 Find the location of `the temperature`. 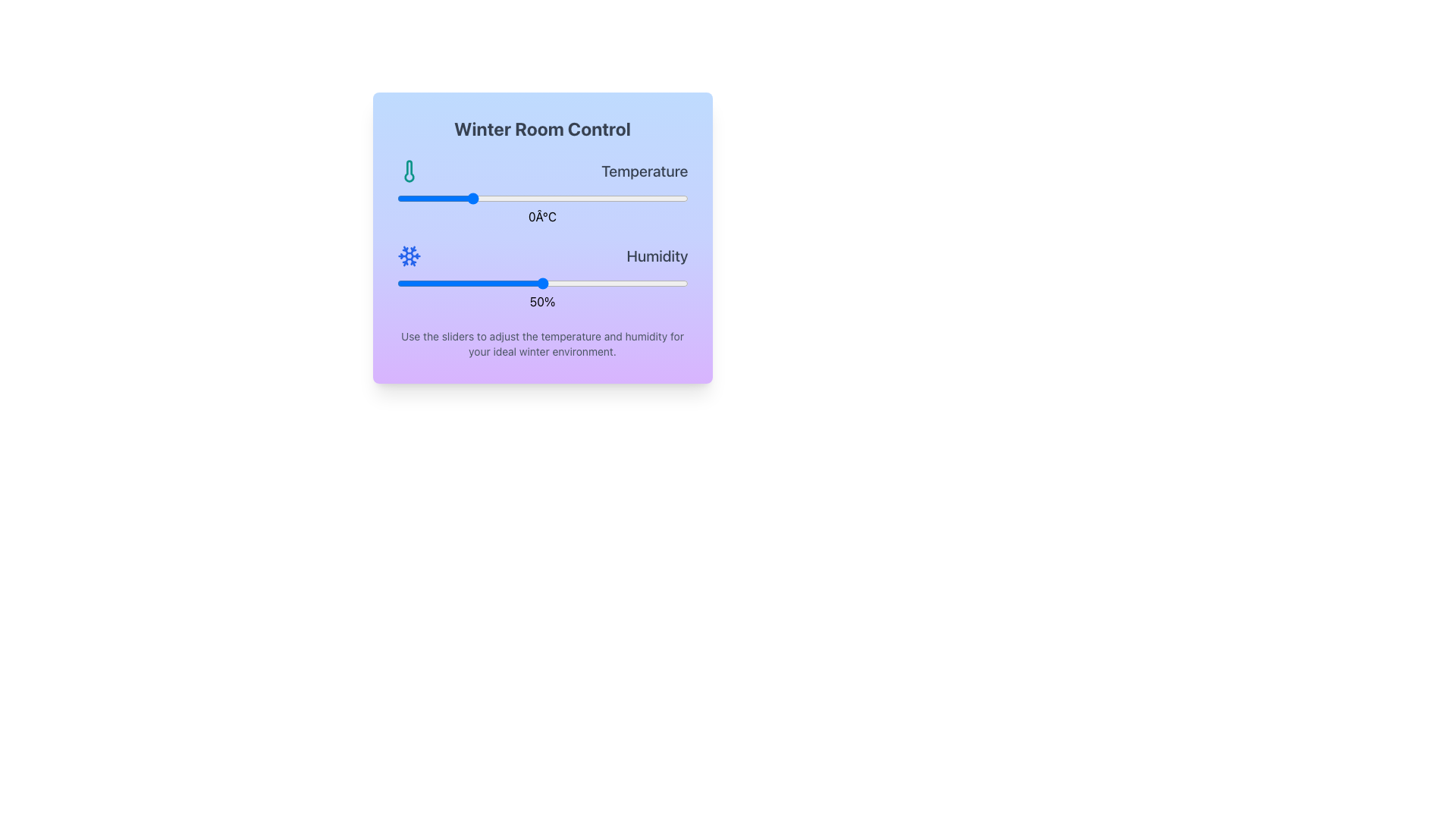

the temperature is located at coordinates (404, 198).